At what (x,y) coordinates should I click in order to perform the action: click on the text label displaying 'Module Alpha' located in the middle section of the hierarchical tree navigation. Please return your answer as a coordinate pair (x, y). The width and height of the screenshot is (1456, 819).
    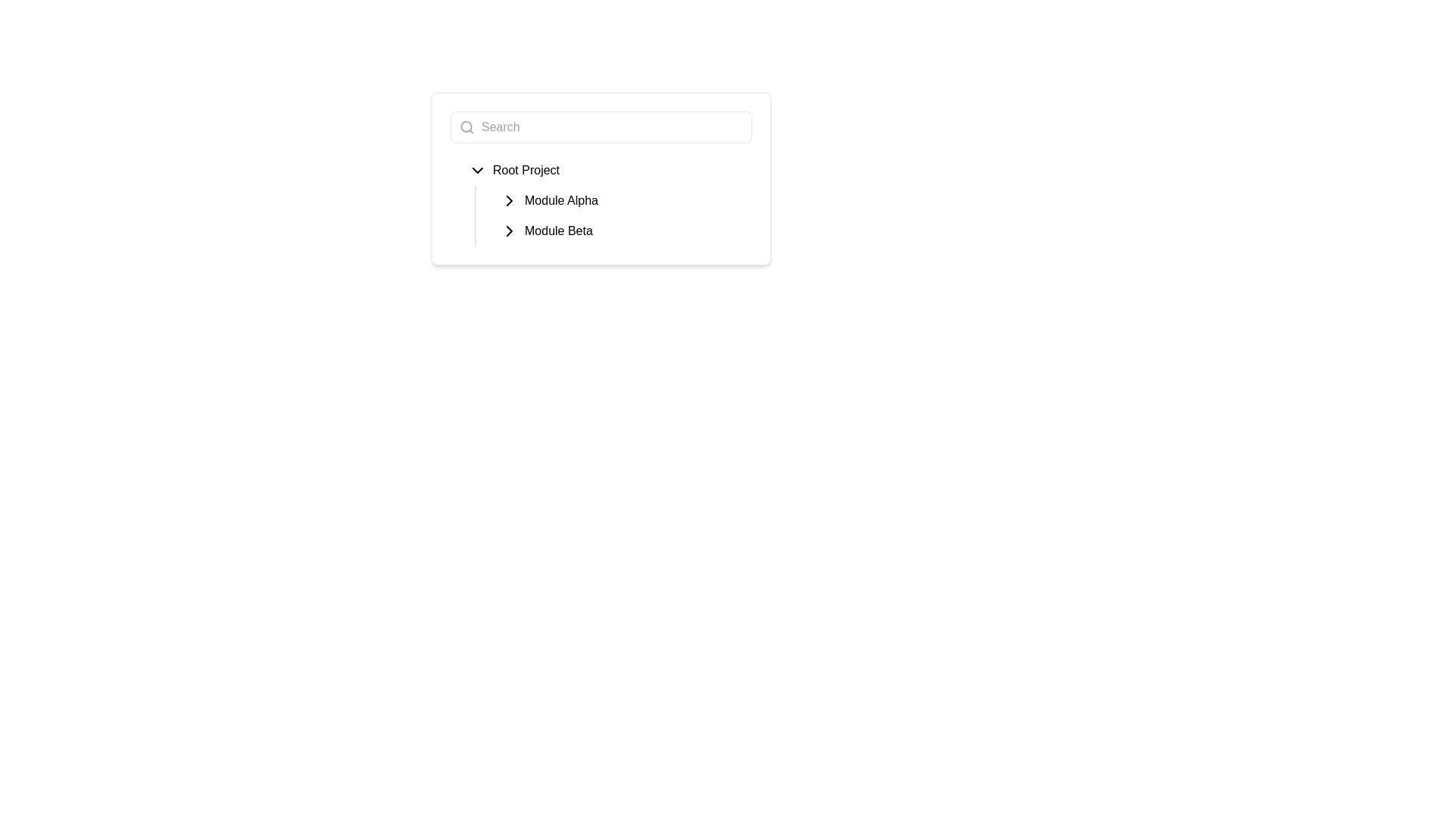
    Looking at the image, I should click on (560, 200).